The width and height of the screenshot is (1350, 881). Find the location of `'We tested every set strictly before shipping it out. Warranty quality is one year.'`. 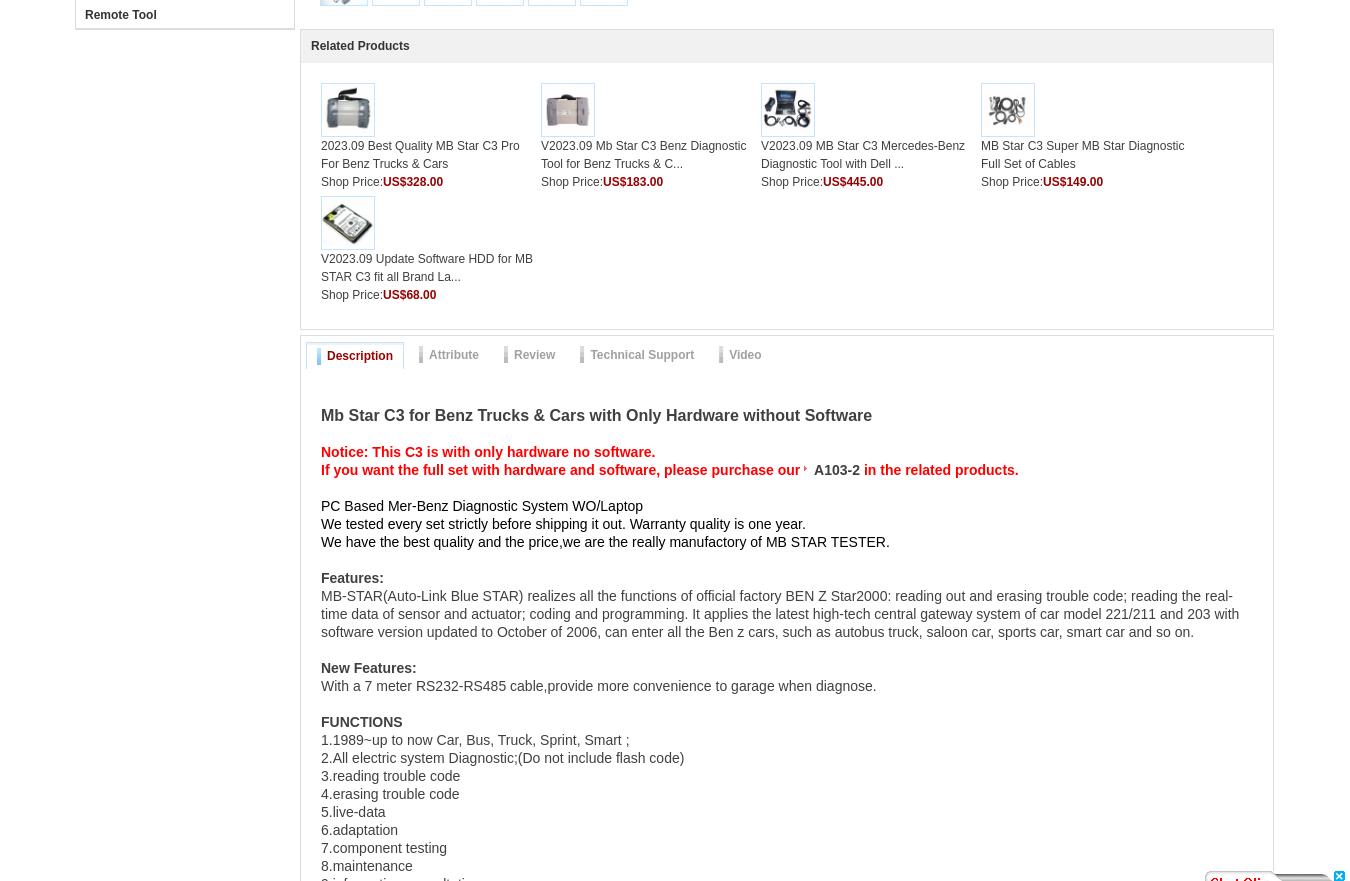

'We tested every set strictly before shipping it out. Warranty quality is one year.' is located at coordinates (561, 524).